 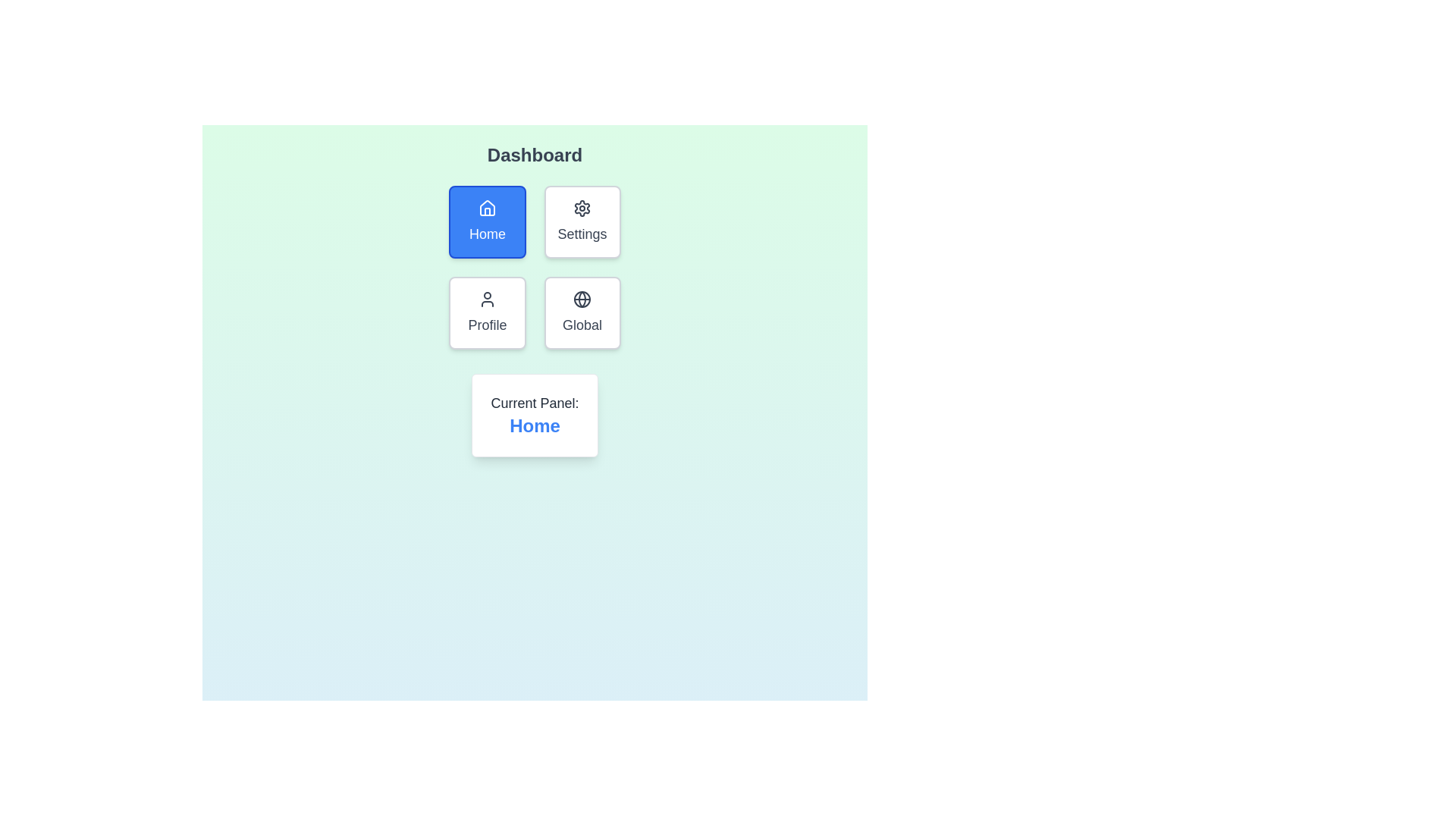 I want to click on the button for the Profile panel, so click(x=488, y=312).